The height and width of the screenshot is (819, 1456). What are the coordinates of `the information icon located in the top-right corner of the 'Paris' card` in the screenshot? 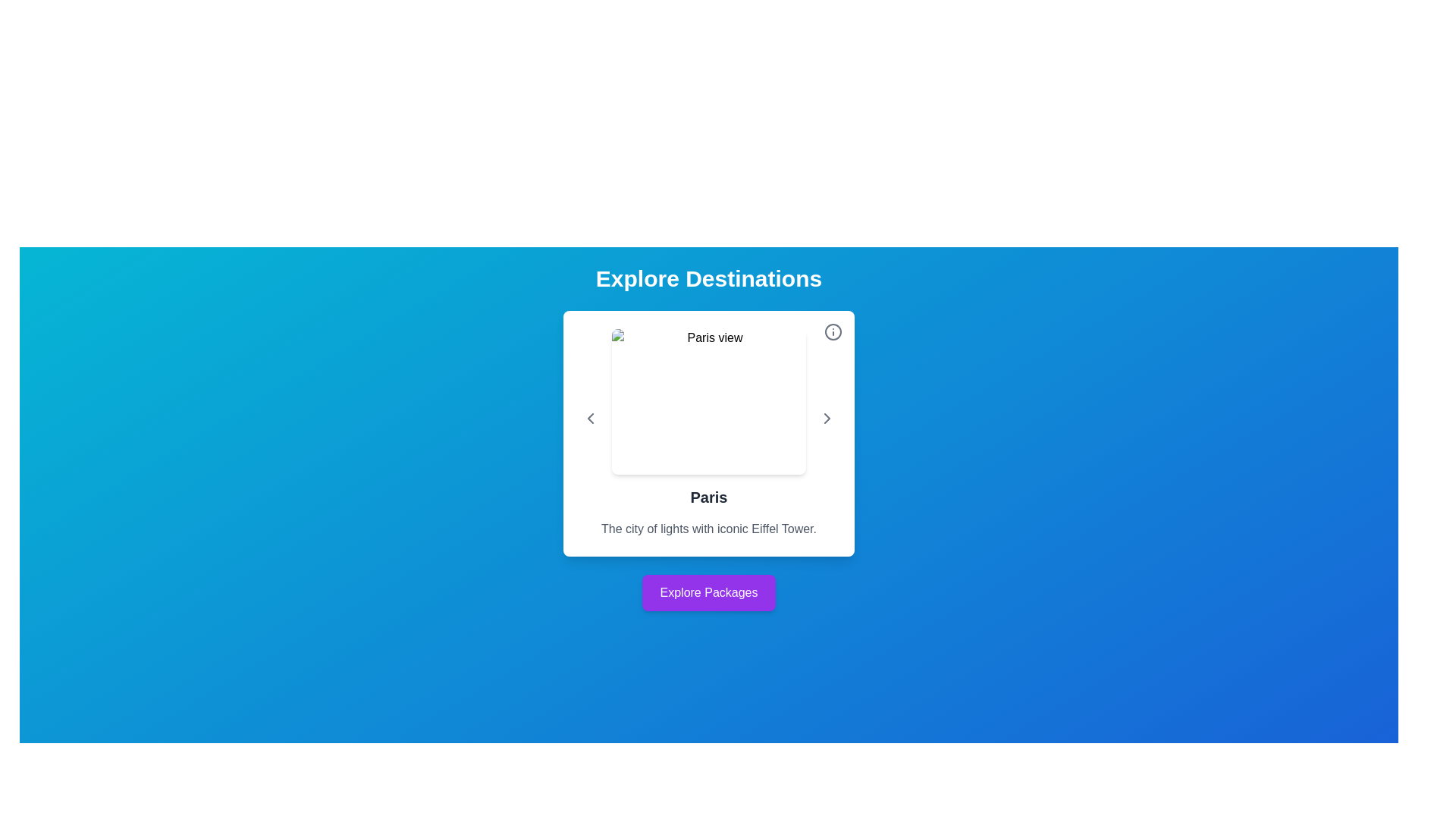 It's located at (833, 331).